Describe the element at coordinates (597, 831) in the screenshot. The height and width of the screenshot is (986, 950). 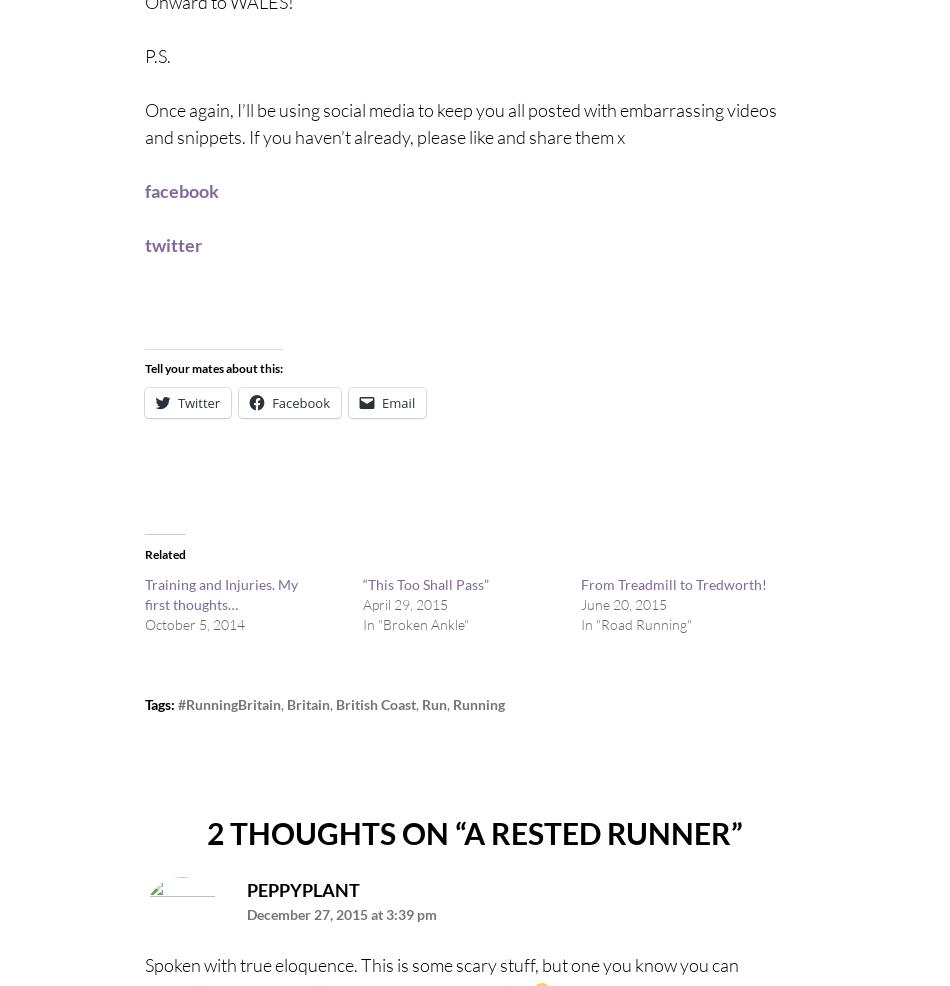
I see `'A Rested Runner'` at that location.